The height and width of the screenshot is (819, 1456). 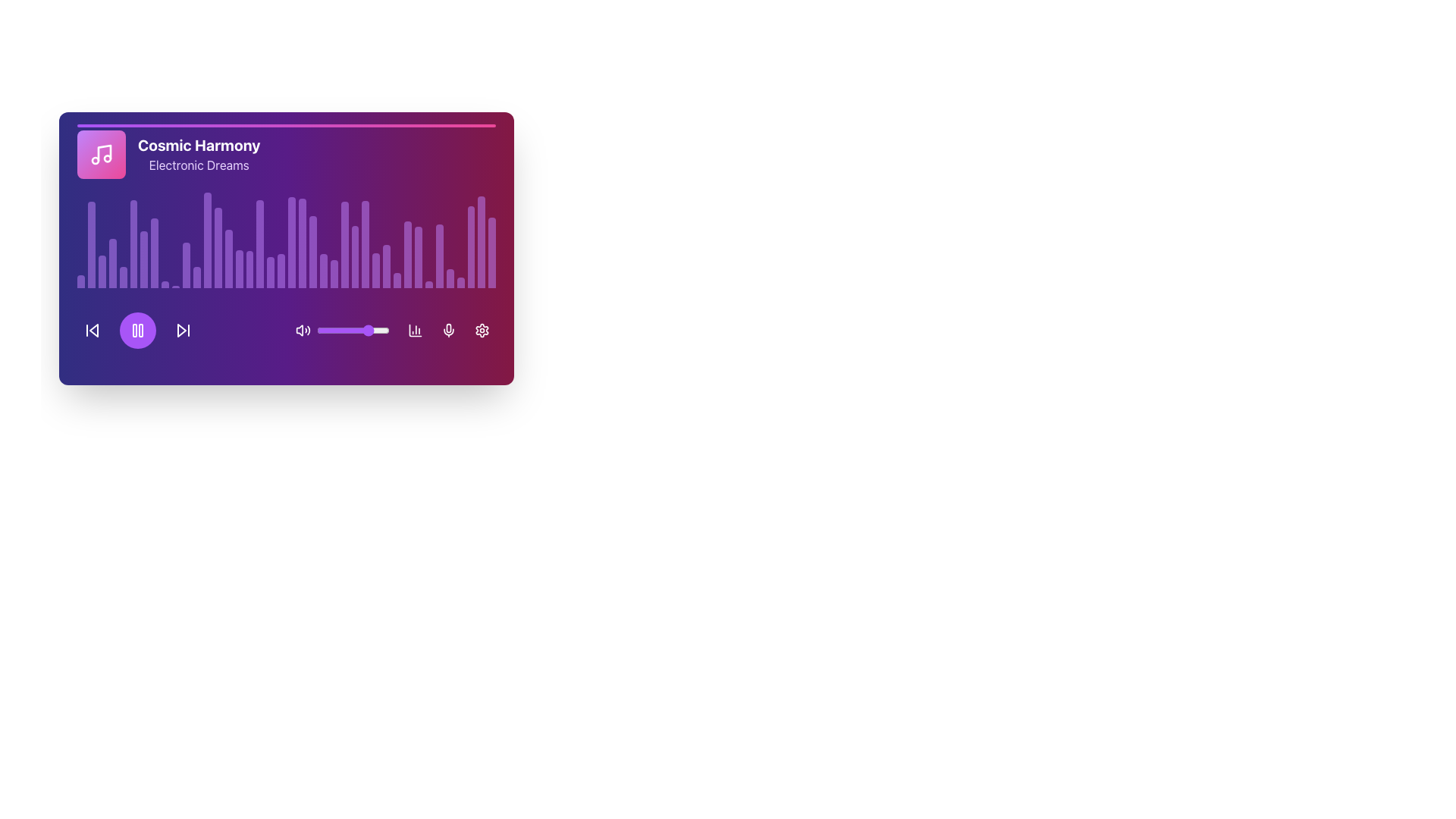 What do you see at coordinates (397, 281) in the screenshot?
I see `the 28th graphical visualization bar in the equalizer section of the interface` at bounding box center [397, 281].